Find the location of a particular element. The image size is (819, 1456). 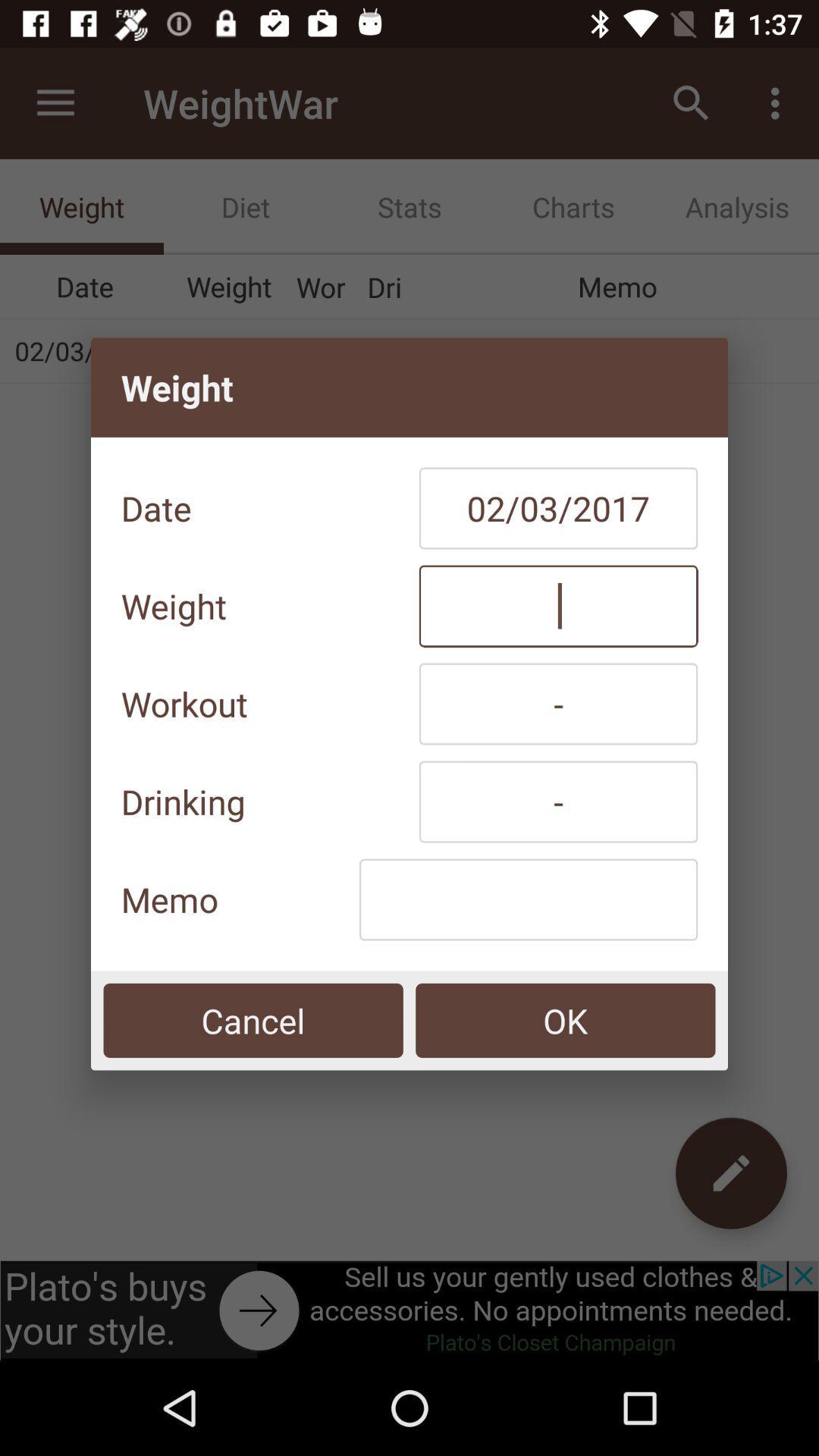

the item above workout is located at coordinates (558, 605).